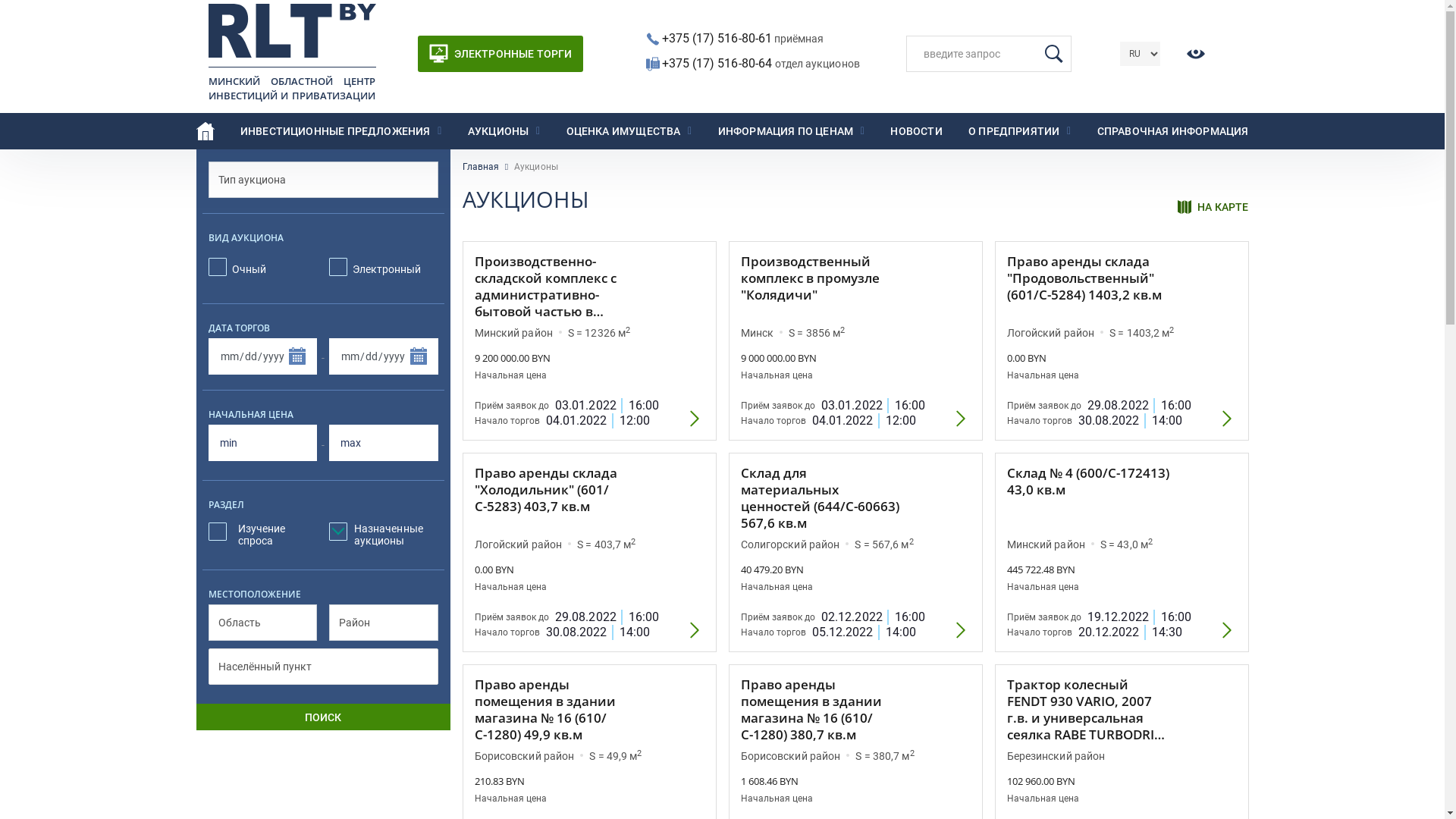 This screenshot has height=819, width=1456. I want to click on '+375 (17) 516-80-64', so click(717, 62).